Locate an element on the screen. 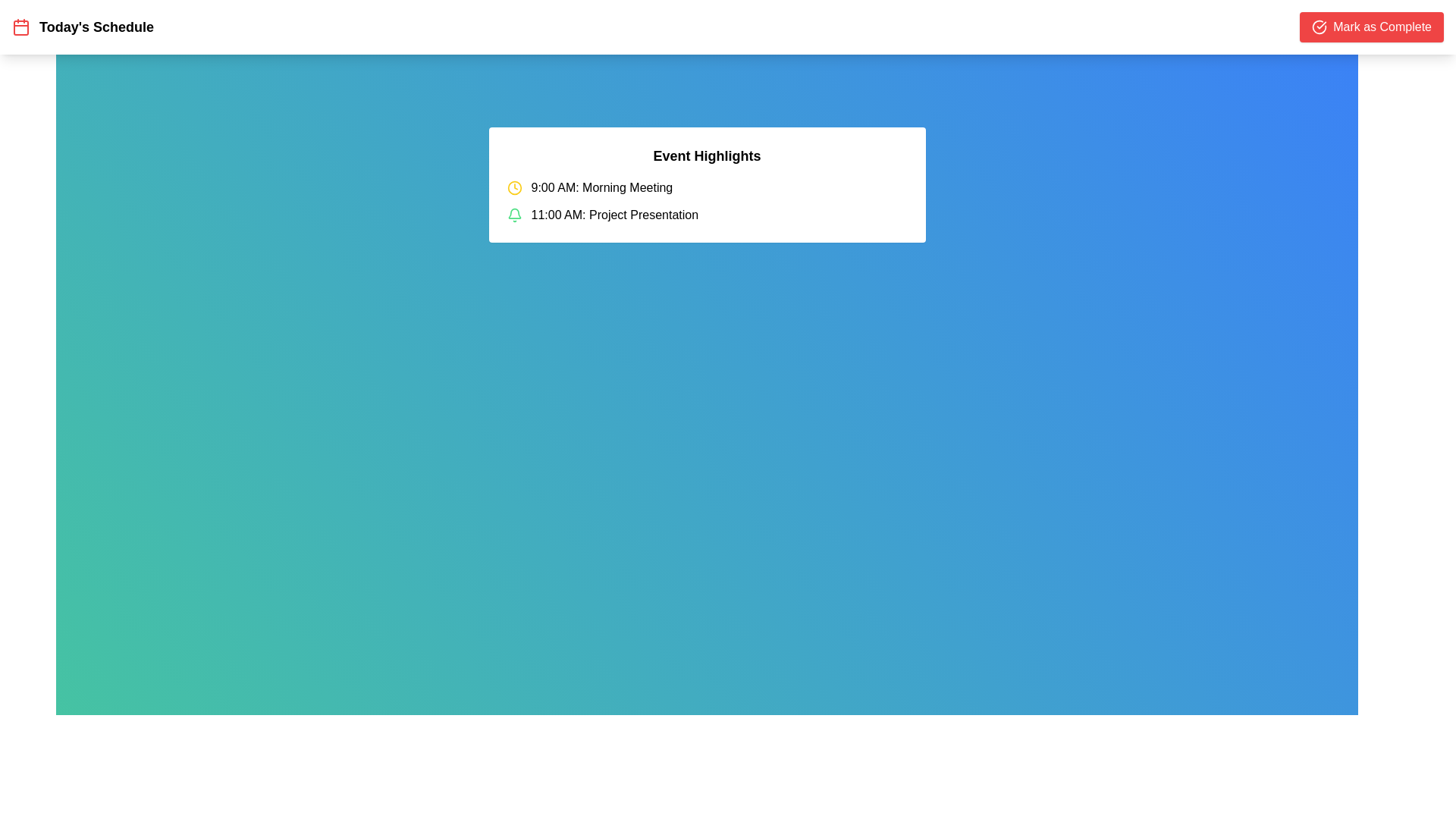  the 'Project Presentation' schedule entry, which is the second entry under the 'Event Highlights' section is located at coordinates (706, 215).